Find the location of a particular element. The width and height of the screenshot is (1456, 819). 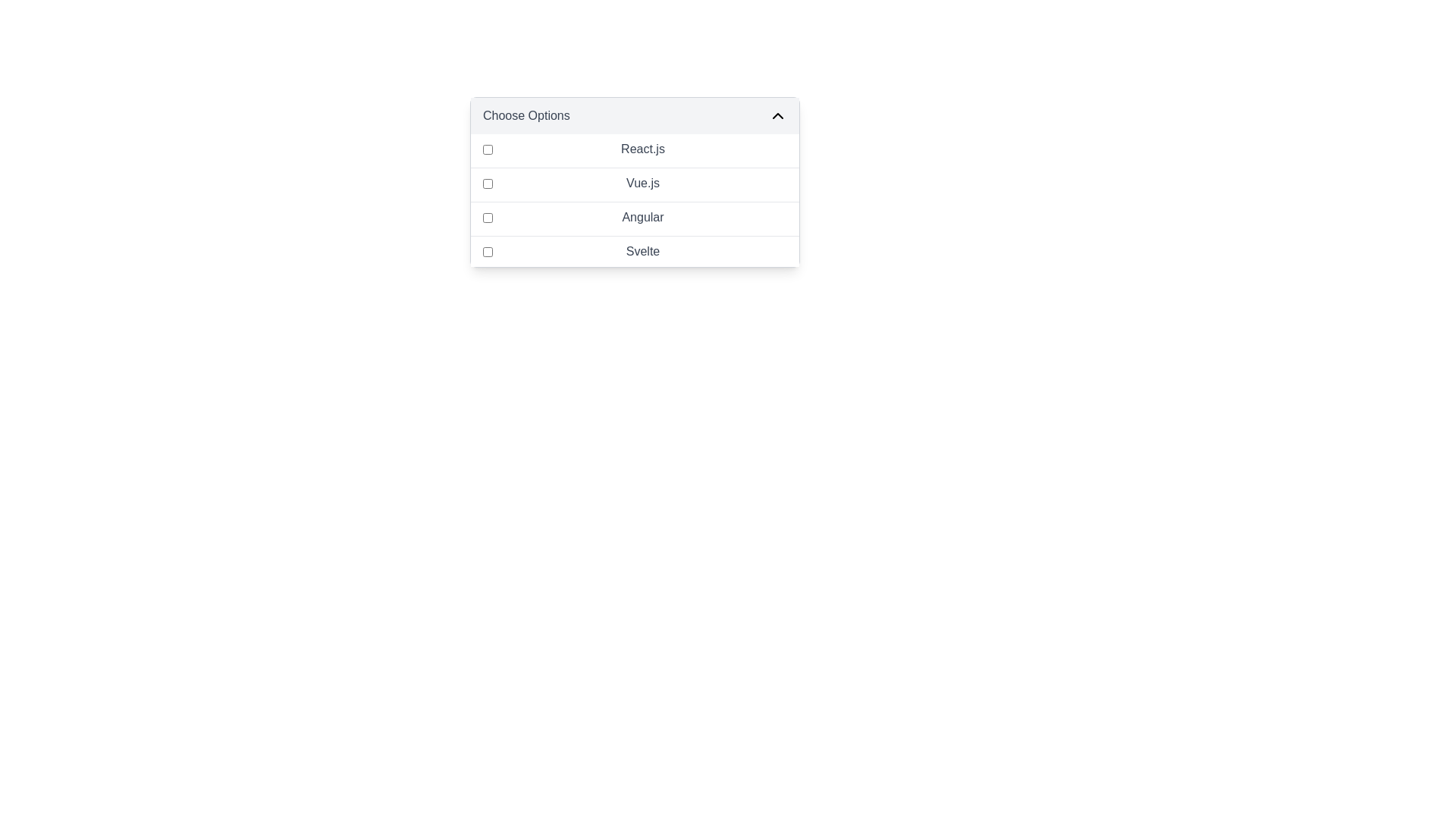

the checkbox preceding the text 'Angular' is located at coordinates (488, 217).